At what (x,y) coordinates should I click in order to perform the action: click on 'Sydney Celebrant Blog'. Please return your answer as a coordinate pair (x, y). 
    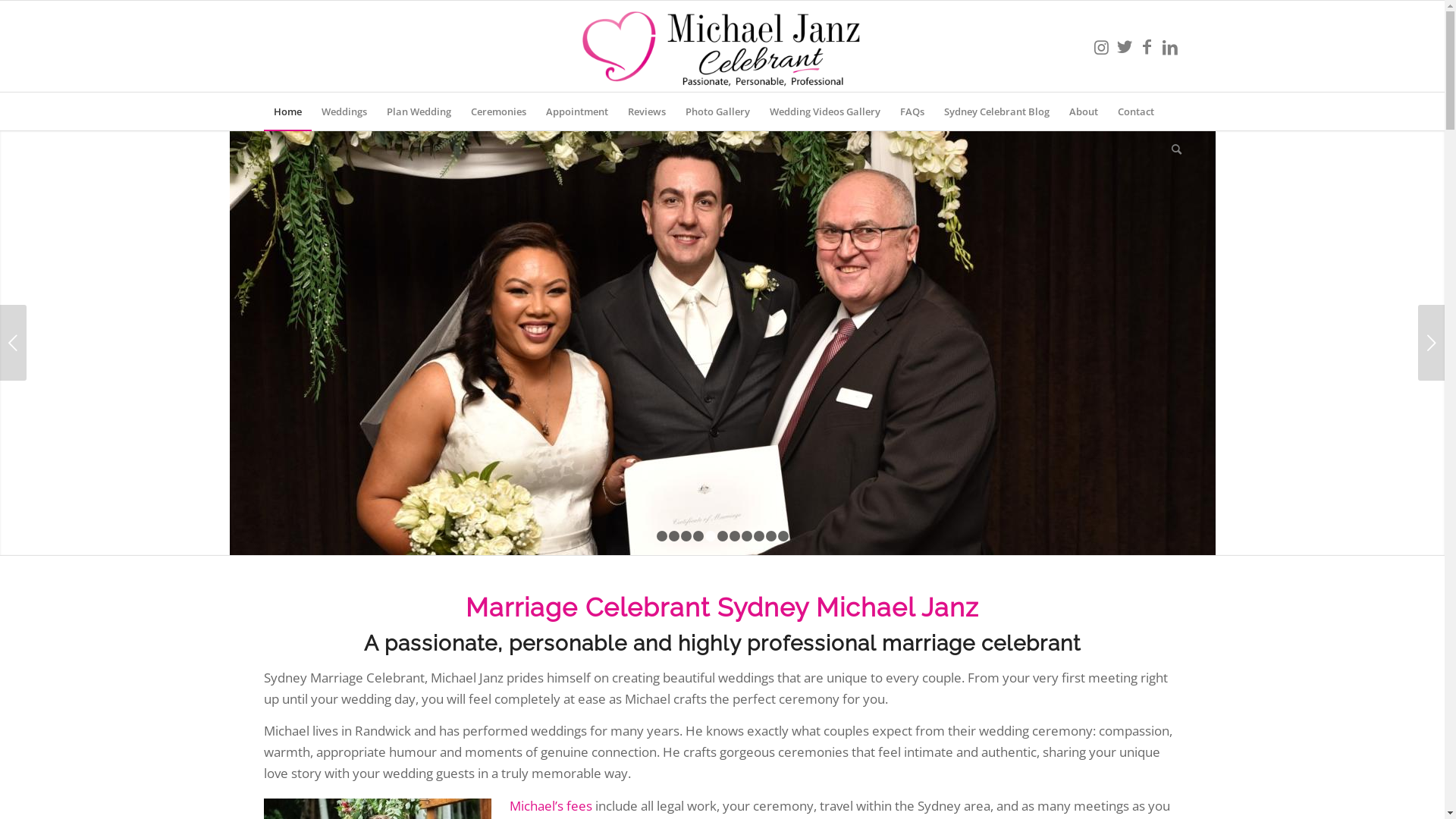
    Looking at the image, I should click on (934, 110).